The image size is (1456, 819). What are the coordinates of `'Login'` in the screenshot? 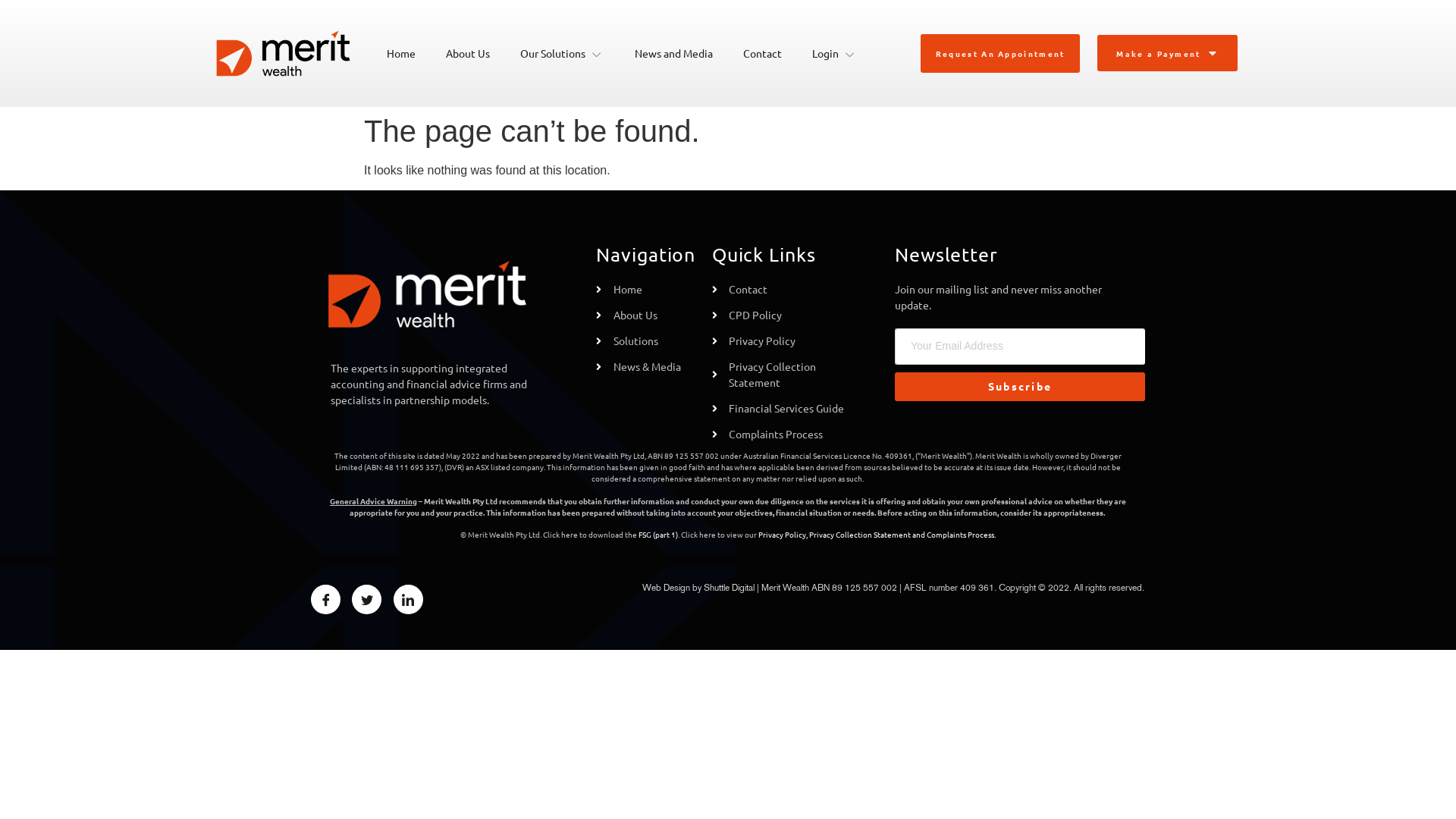 It's located at (833, 52).